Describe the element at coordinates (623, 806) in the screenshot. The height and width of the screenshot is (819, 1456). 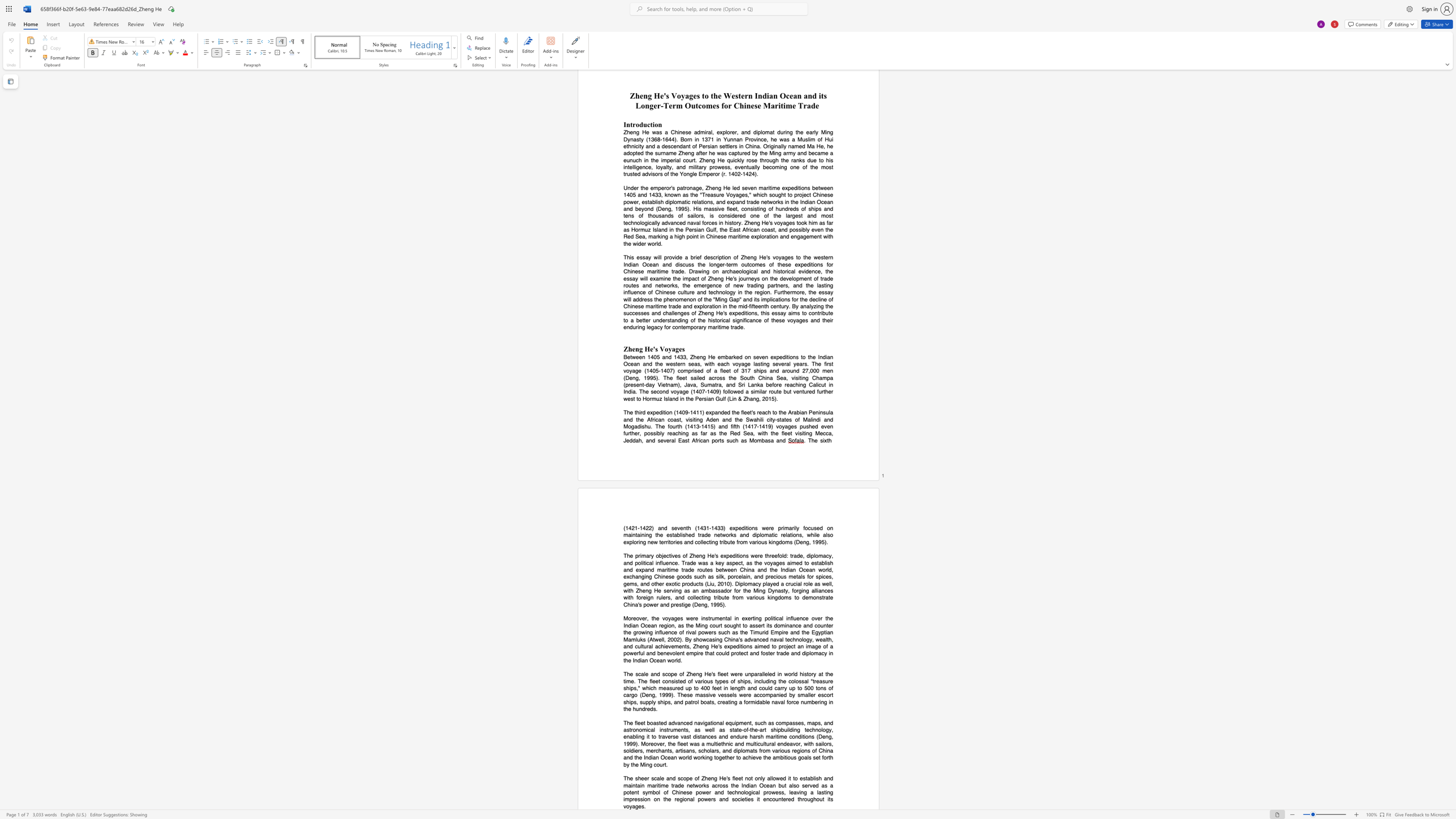
I see `the subset text "voya" within the text "throughout its voyages."` at that location.